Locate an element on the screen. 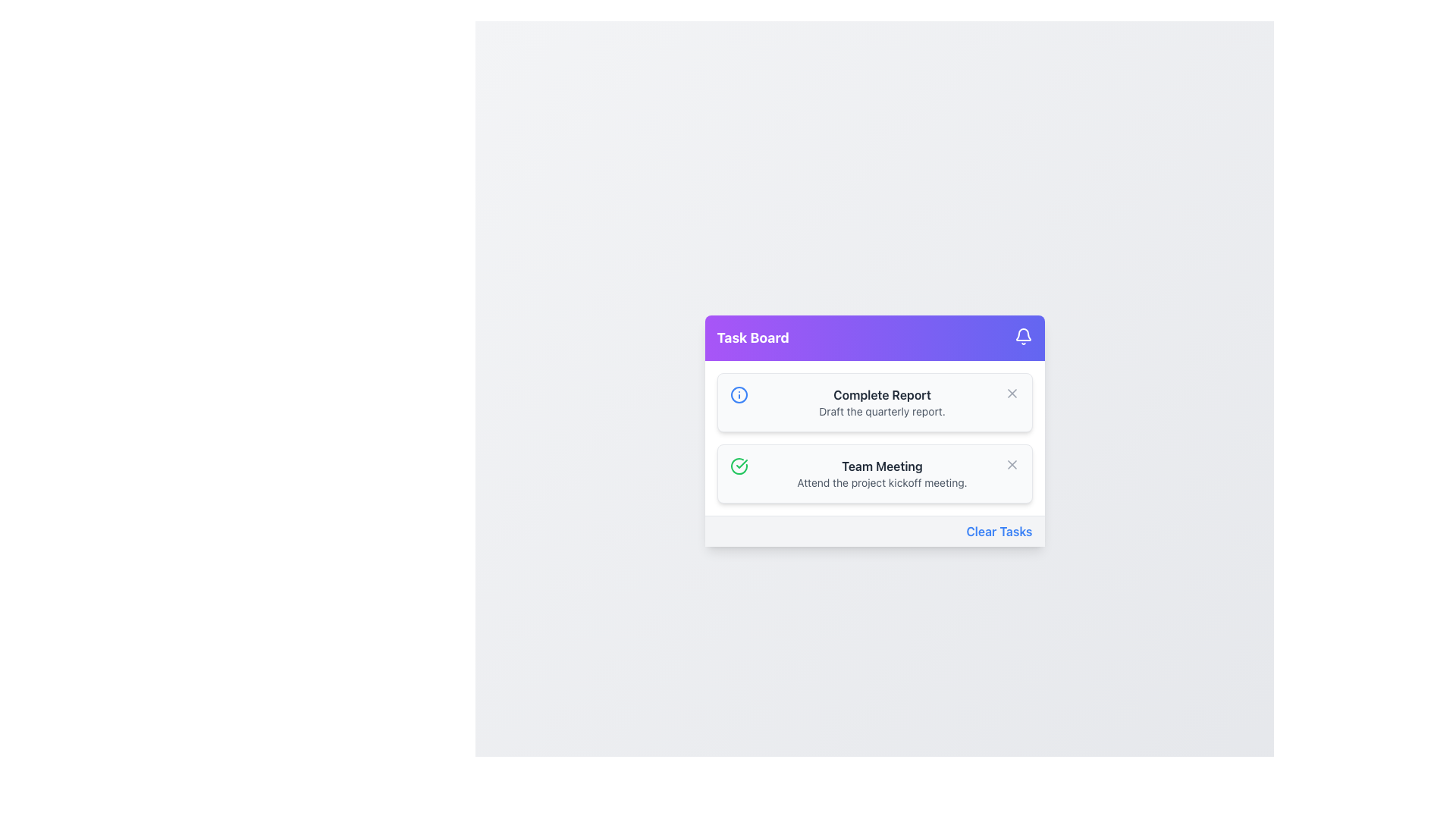 The height and width of the screenshot is (819, 1456). the Close or Remove Symbol icon represented by a diagonal cross (X) located at the top-right corner of the 'Complete Report' task card is located at coordinates (1012, 392).